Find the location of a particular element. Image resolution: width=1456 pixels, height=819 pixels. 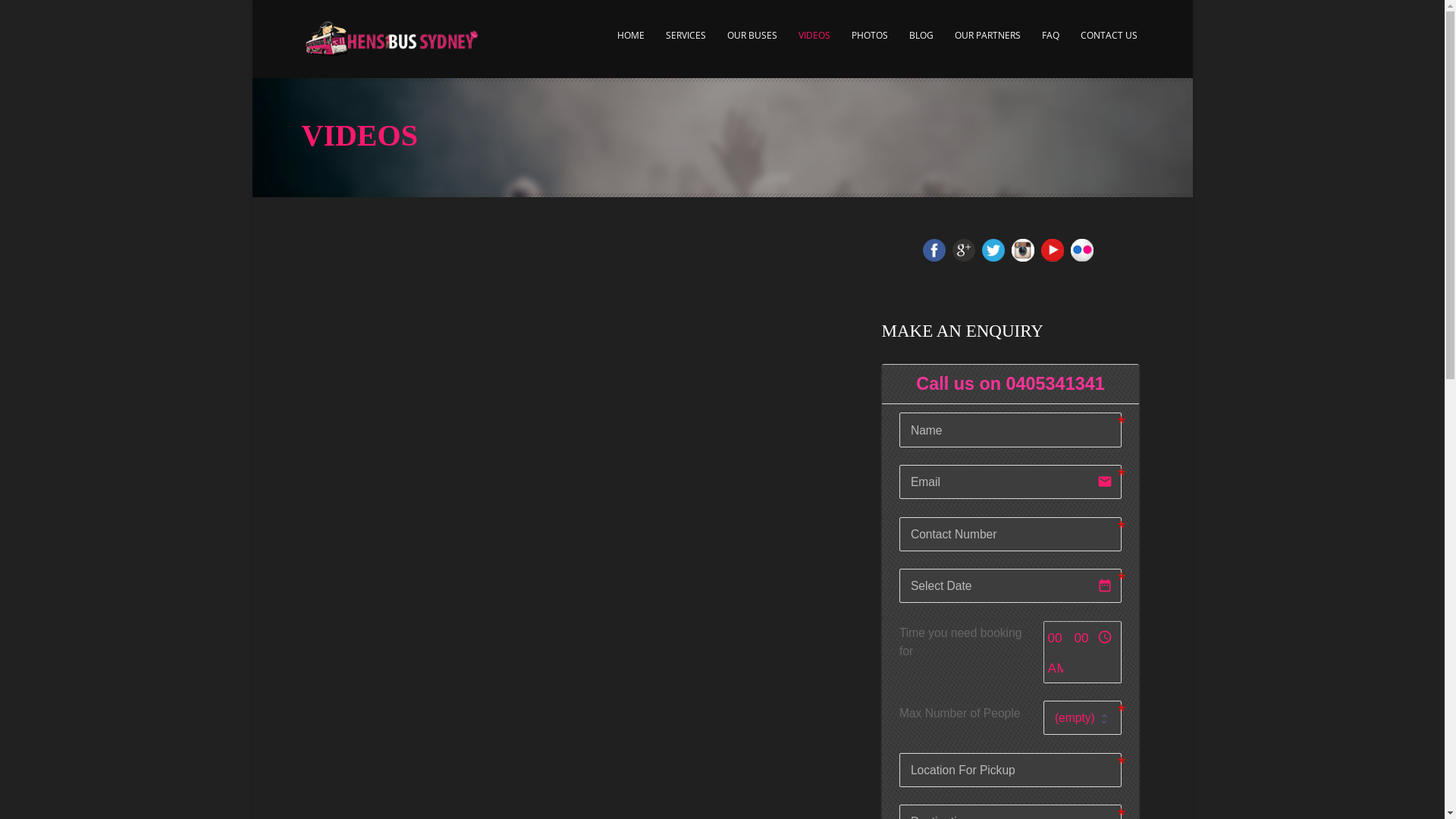

'PHOTOS' is located at coordinates (870, 42).